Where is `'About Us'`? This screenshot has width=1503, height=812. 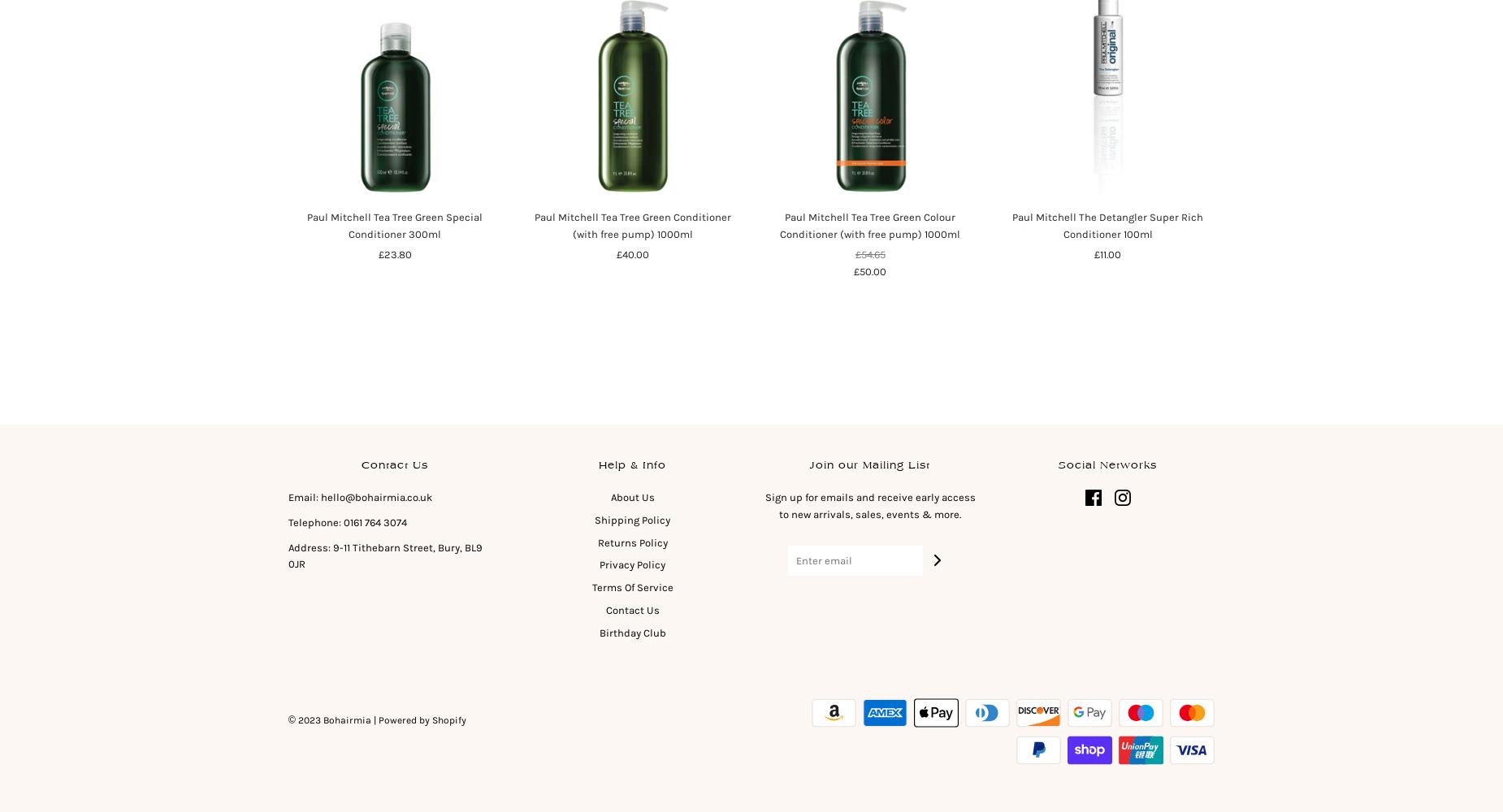
'About Us' is located at coordinates (609, 496).